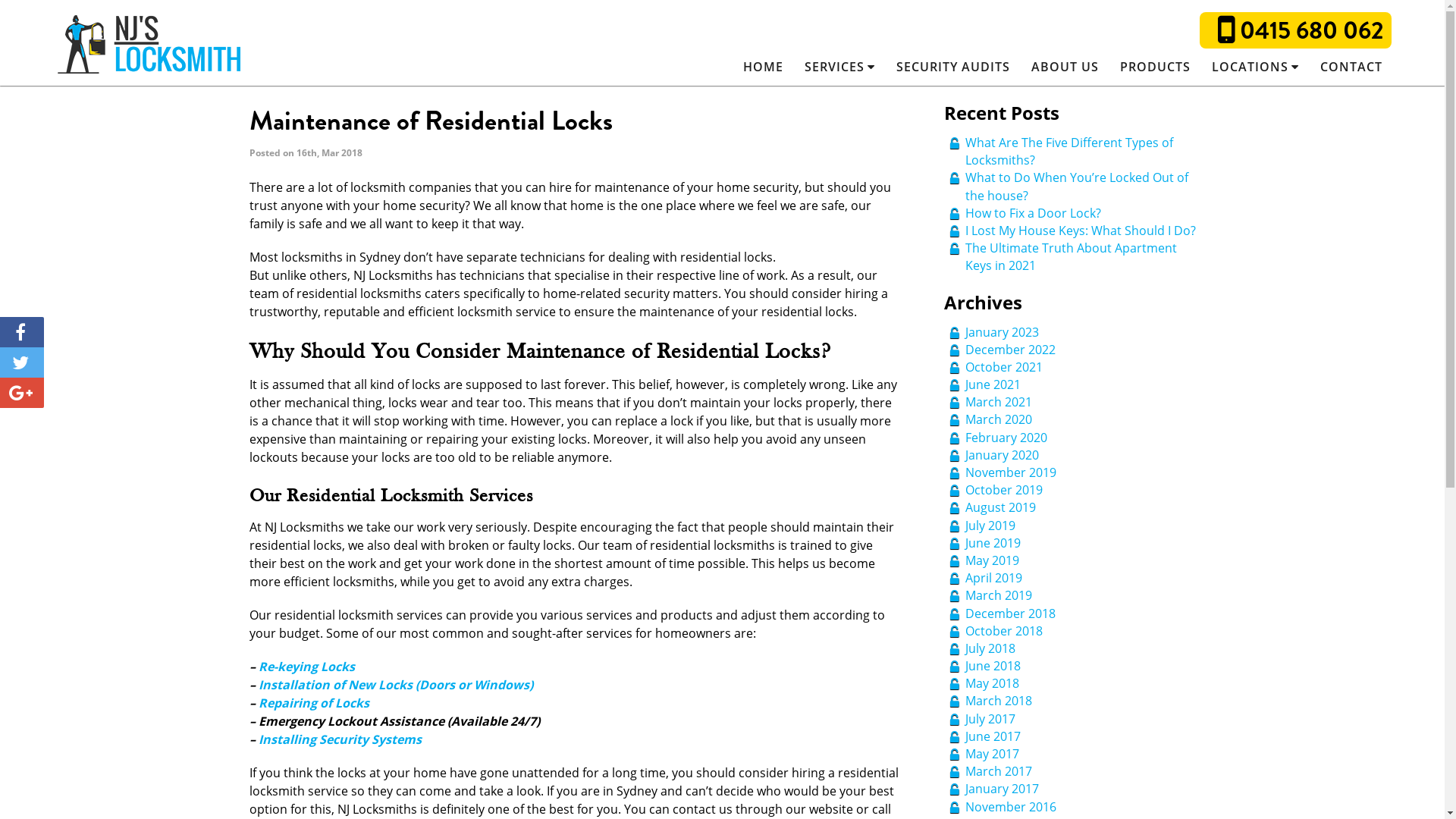 The height and width of the screenshot is (819, 1456). Describe the element at coordinates (1009, 613) in the screenshot. I see `'December 2018'` at that location.